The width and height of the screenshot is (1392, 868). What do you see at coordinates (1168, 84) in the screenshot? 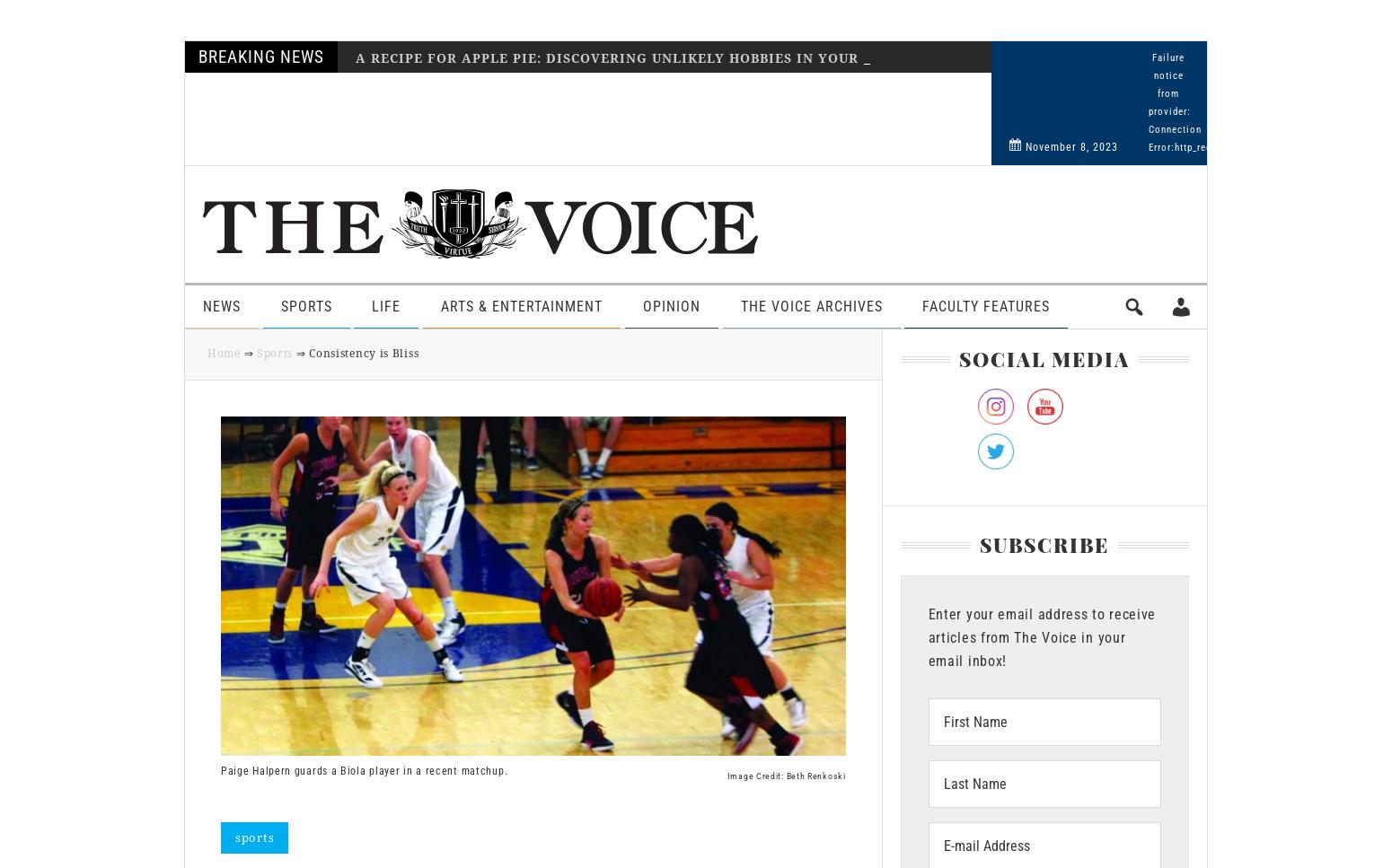
I see `'Failure notice from provider:'` at bounding box center [1168, 84].